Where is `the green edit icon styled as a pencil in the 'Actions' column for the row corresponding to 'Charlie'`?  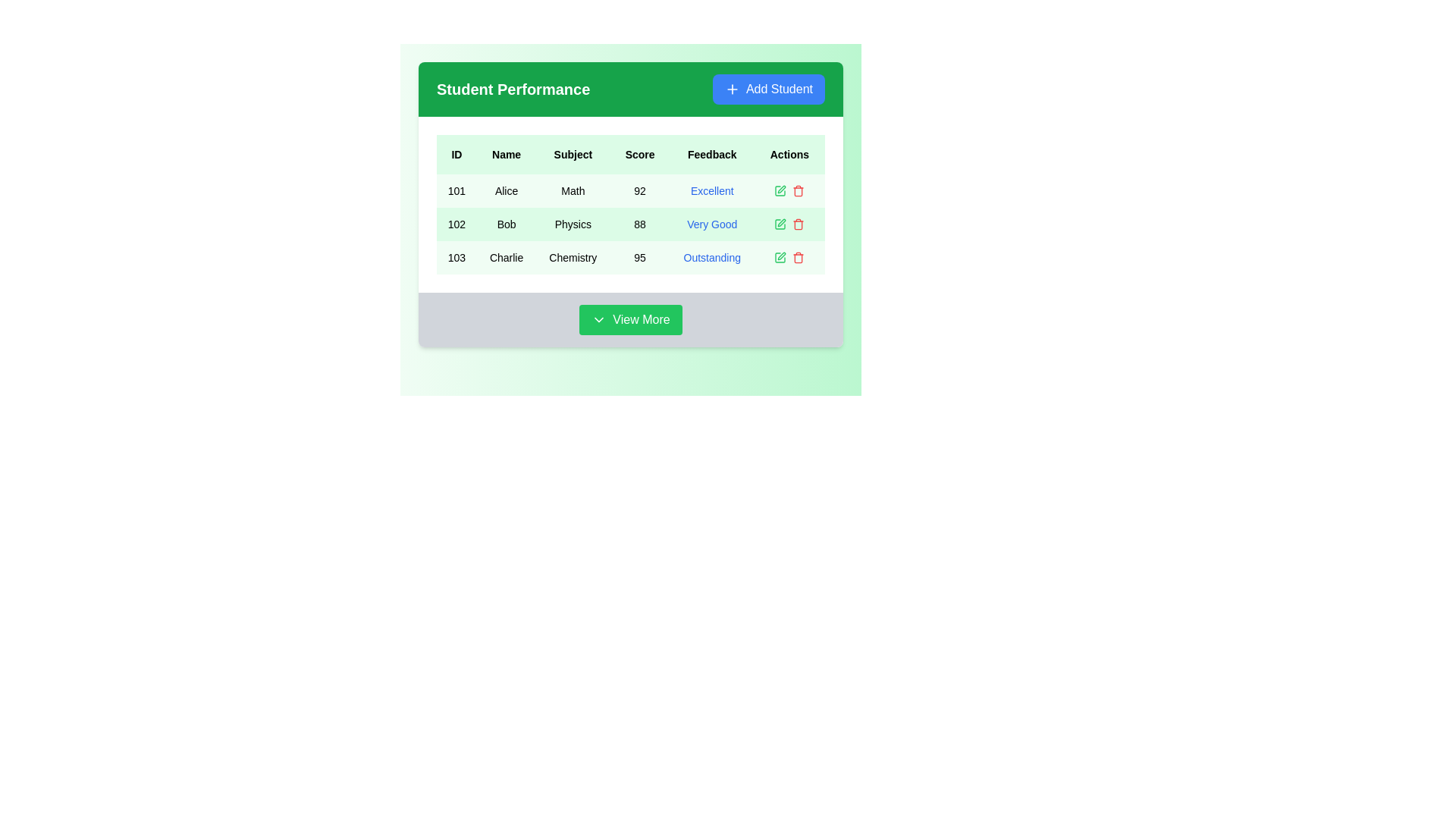
the green edit icon styled as a pencil in the 'Actions' column for the row corresponding to 'Charlie' is located at coordinates (780, 256).